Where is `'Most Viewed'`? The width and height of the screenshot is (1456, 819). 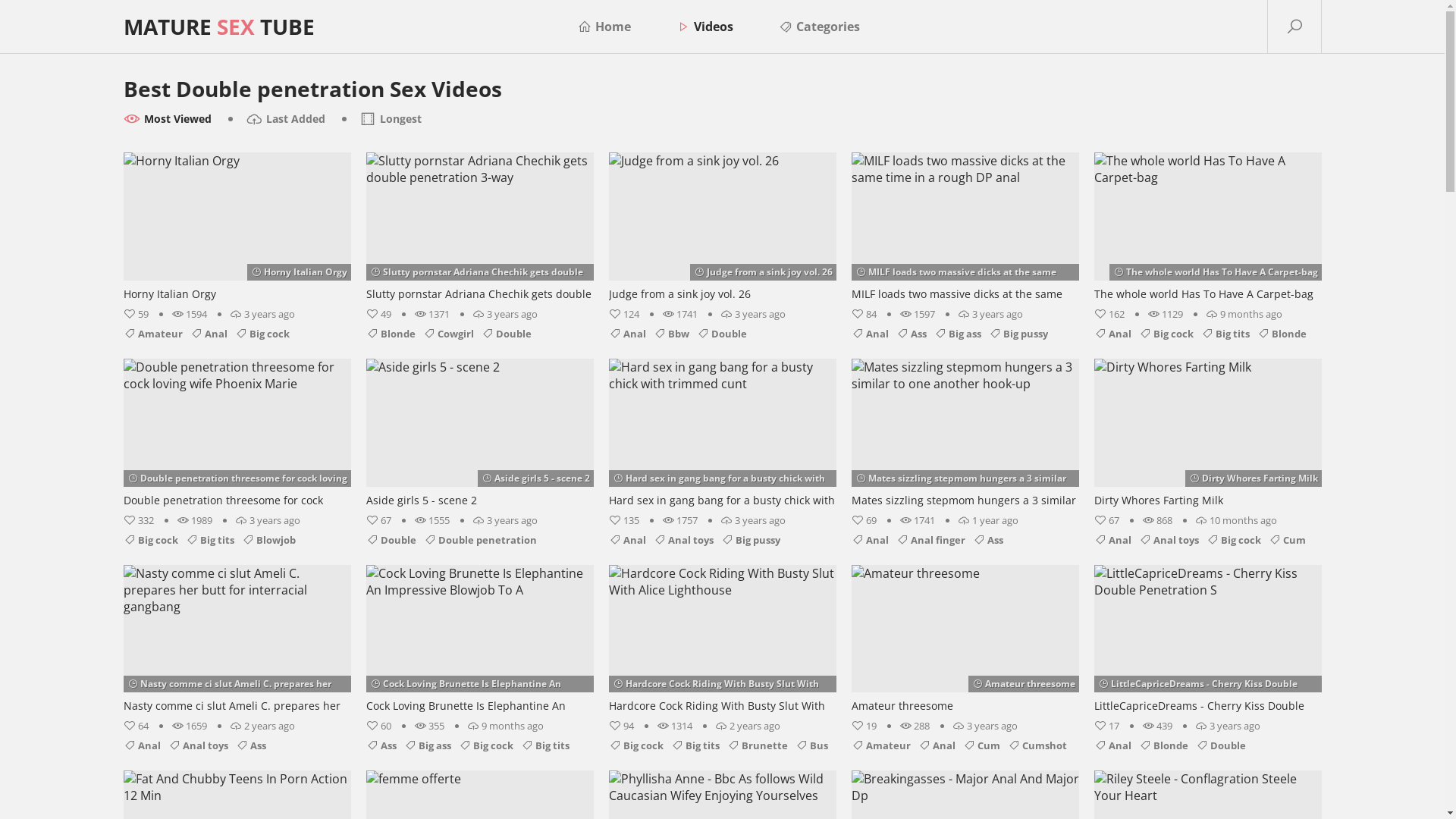 'Most Viewed' is located at coordinates (123, 118).